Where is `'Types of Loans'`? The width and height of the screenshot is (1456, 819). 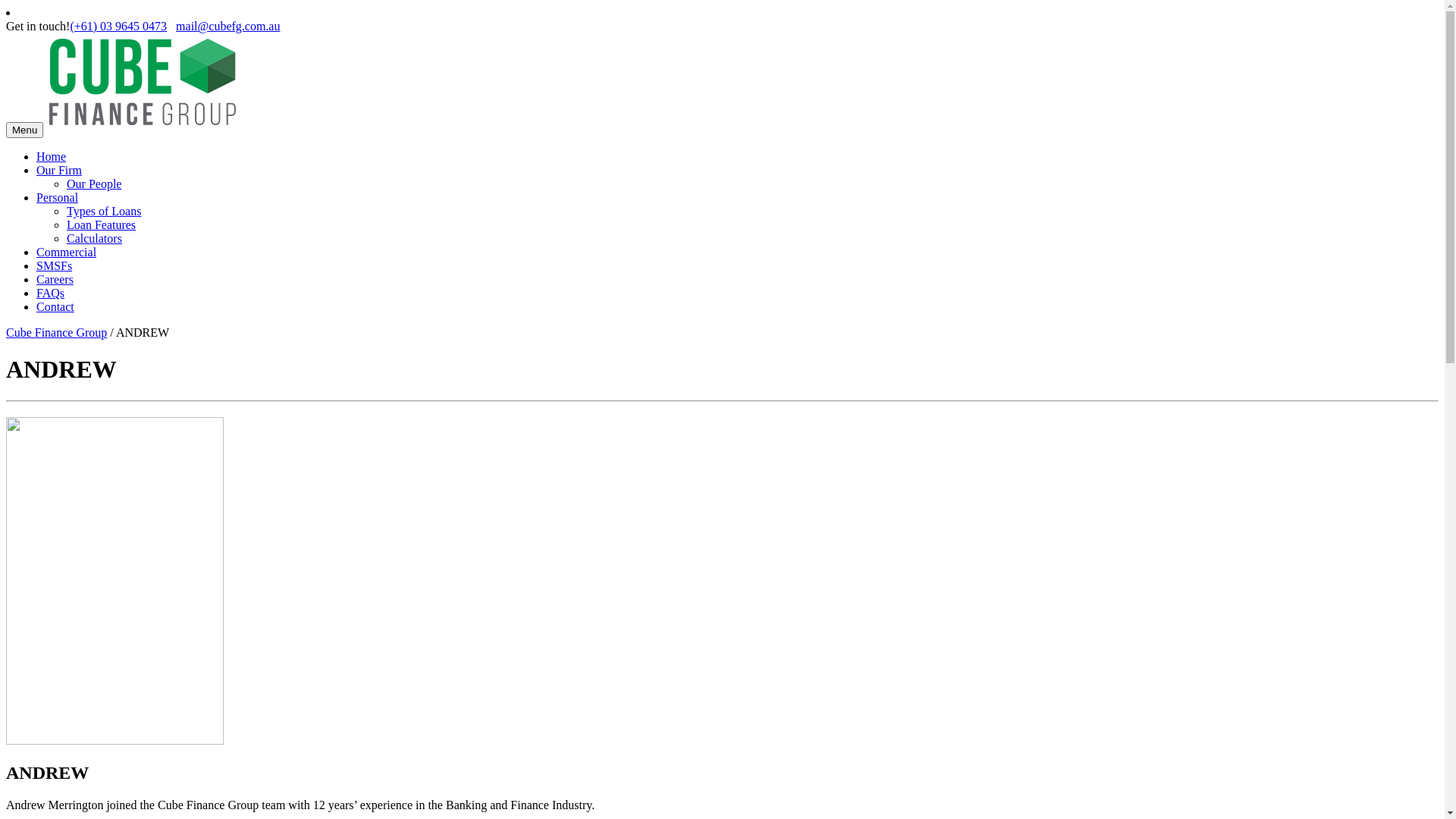
'Types of Loans' is located at coordinates (103, 211).